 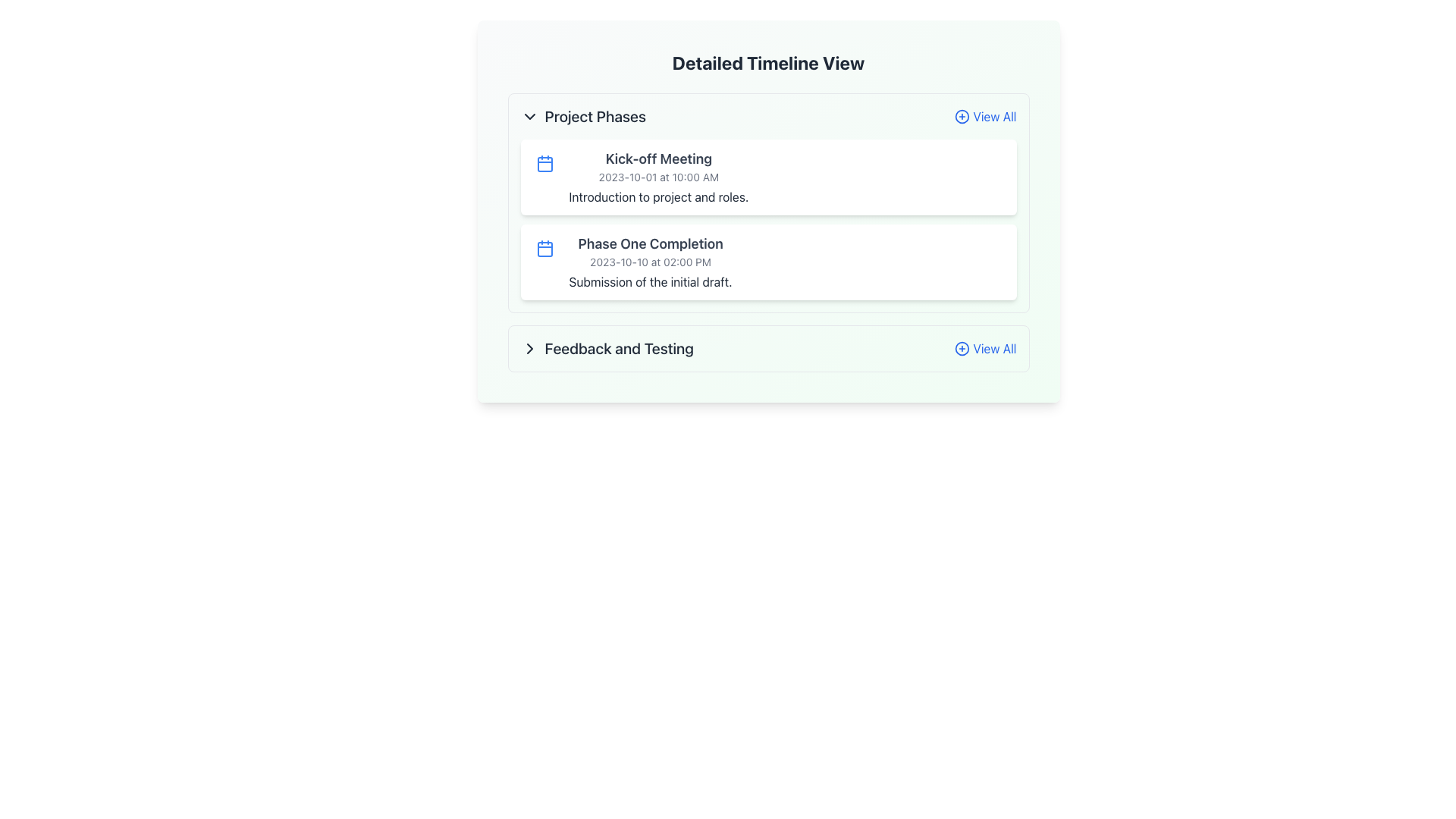 I want to click on the informational block titled 'Kick-off Meeting' which contains the date '2023-10-01 at 10:00 AM' and the description 'Introduction to project and roles.' located in the 'Project Phases' section, so click(x=658, y=177).